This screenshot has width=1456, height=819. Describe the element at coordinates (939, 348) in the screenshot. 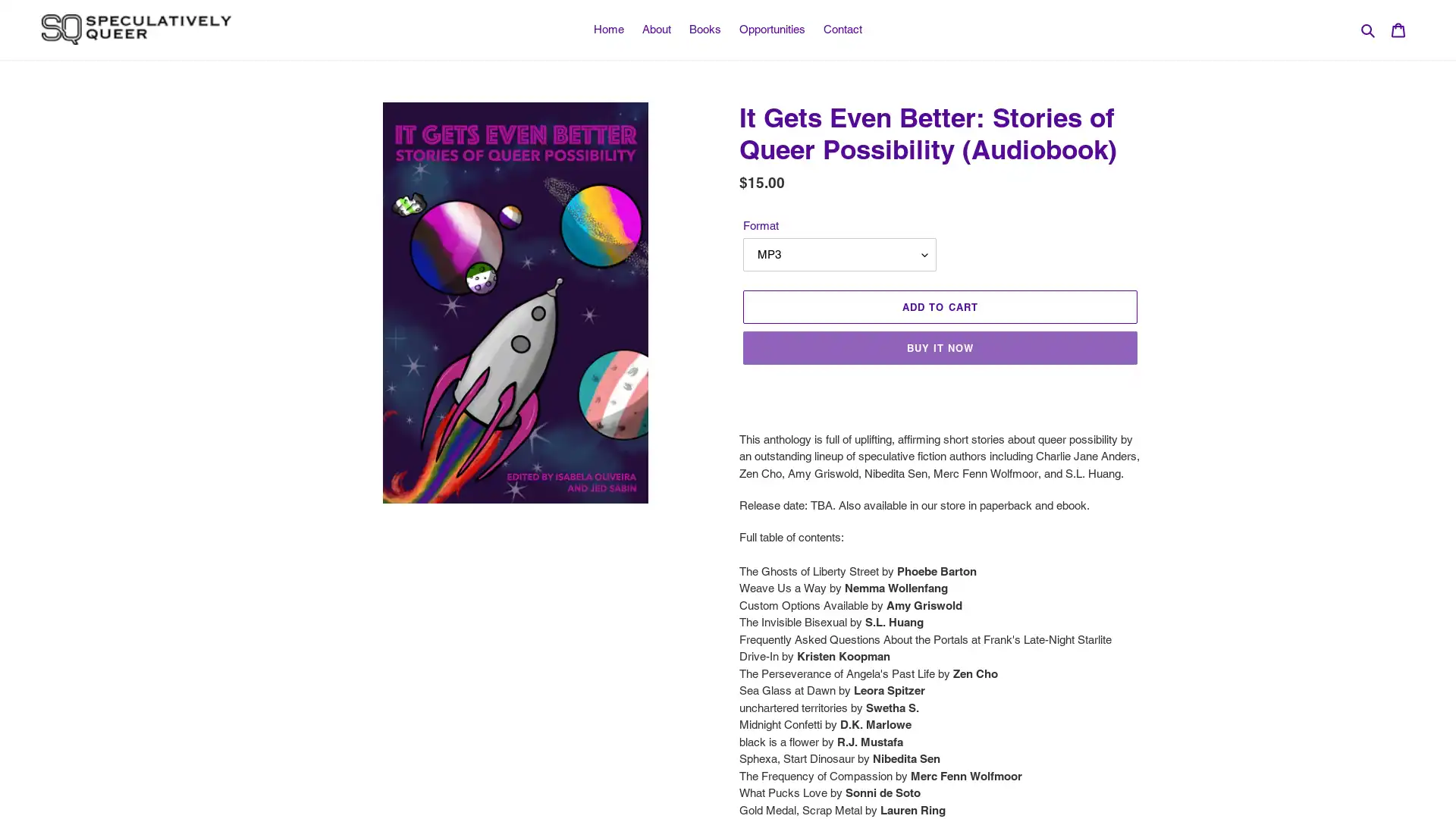

I see `BUY IT NOW` at that location.